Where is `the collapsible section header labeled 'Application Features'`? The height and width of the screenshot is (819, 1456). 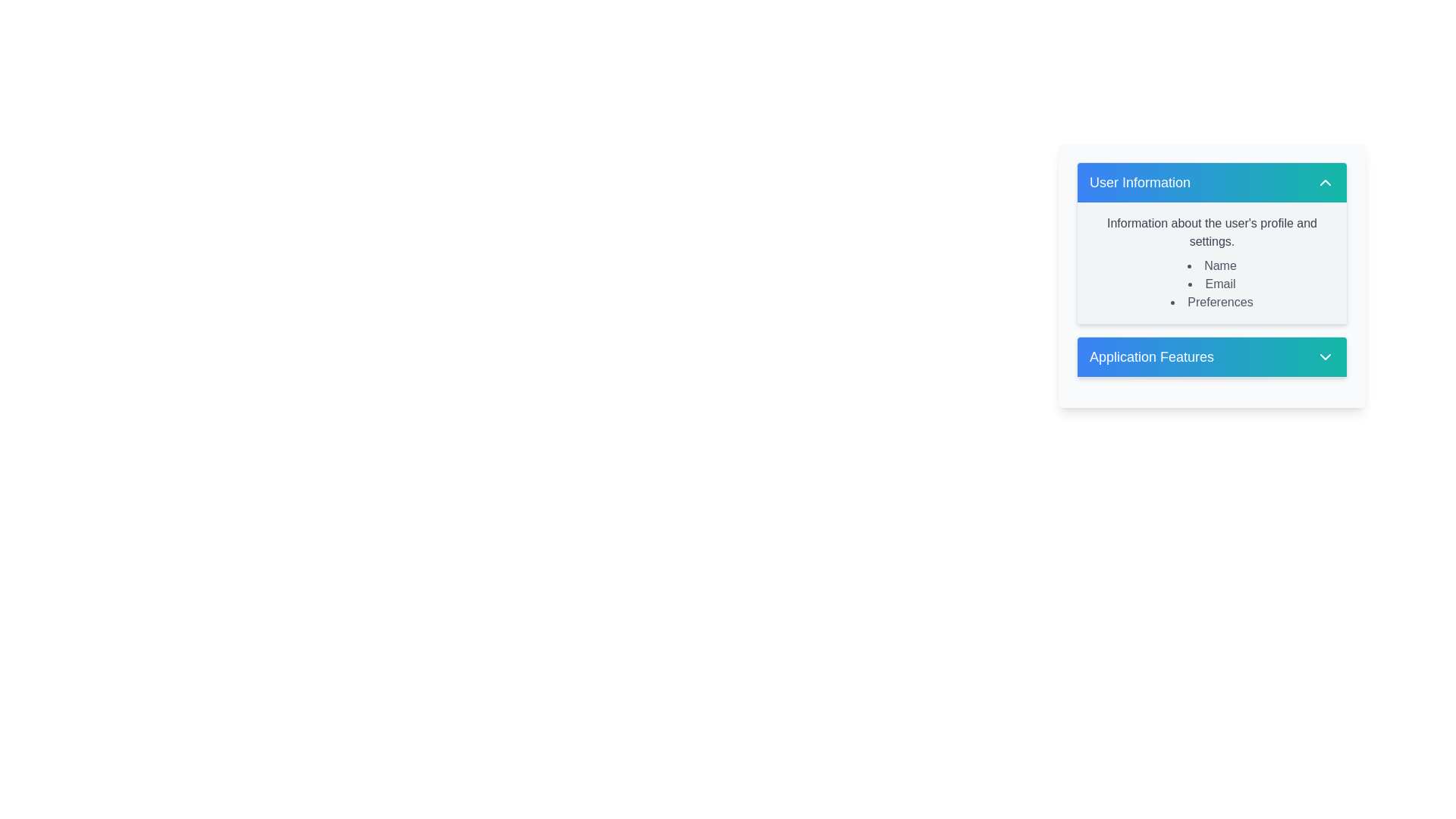
the collapsible section header labeled 'Application Features' is located at coordinates (1211, 356).